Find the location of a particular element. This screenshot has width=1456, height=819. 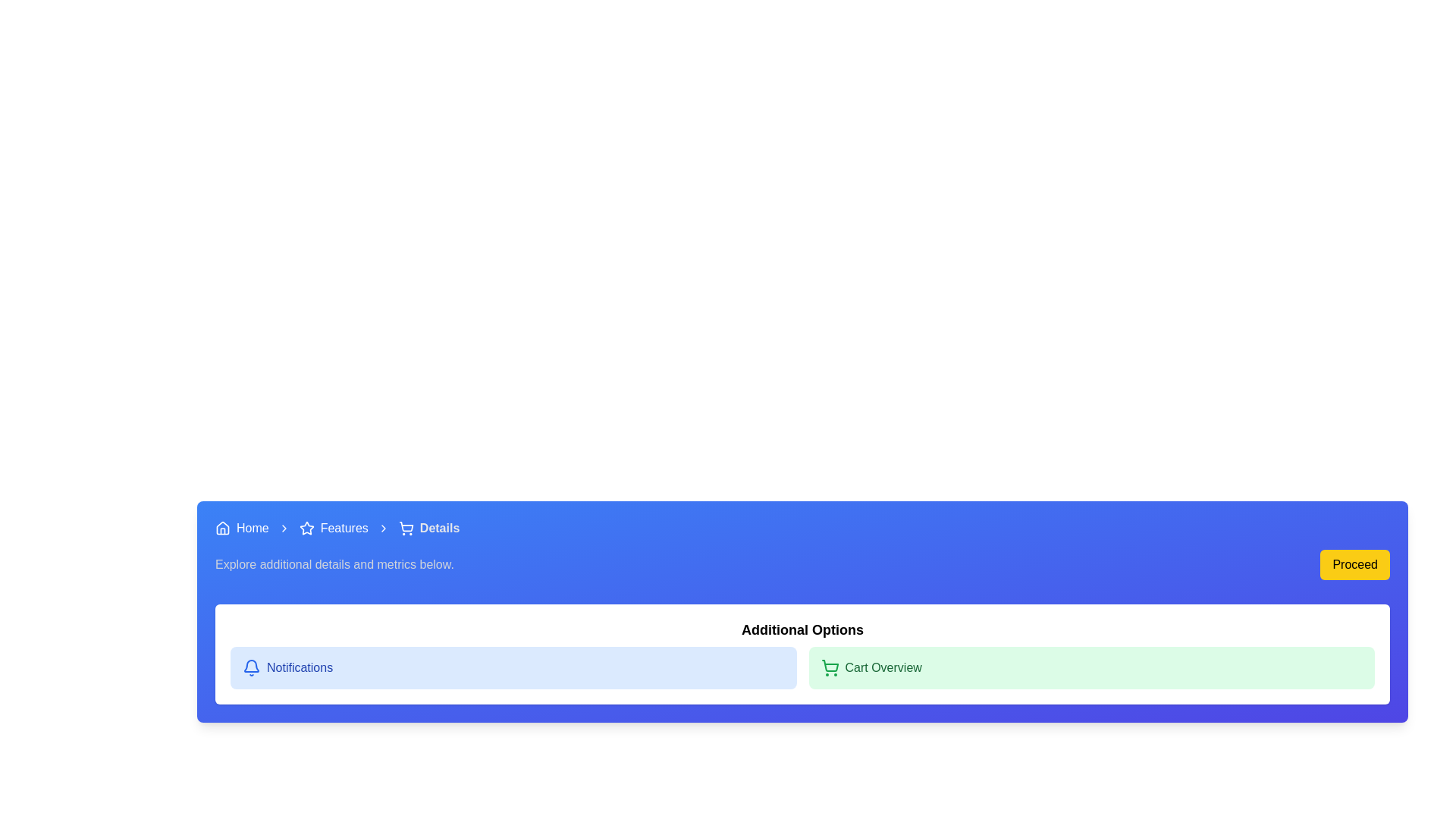

the descriptive text label located to the right of the bell-shaped icon, which provides contextual information about notifications is located at coordinates (300, 667).